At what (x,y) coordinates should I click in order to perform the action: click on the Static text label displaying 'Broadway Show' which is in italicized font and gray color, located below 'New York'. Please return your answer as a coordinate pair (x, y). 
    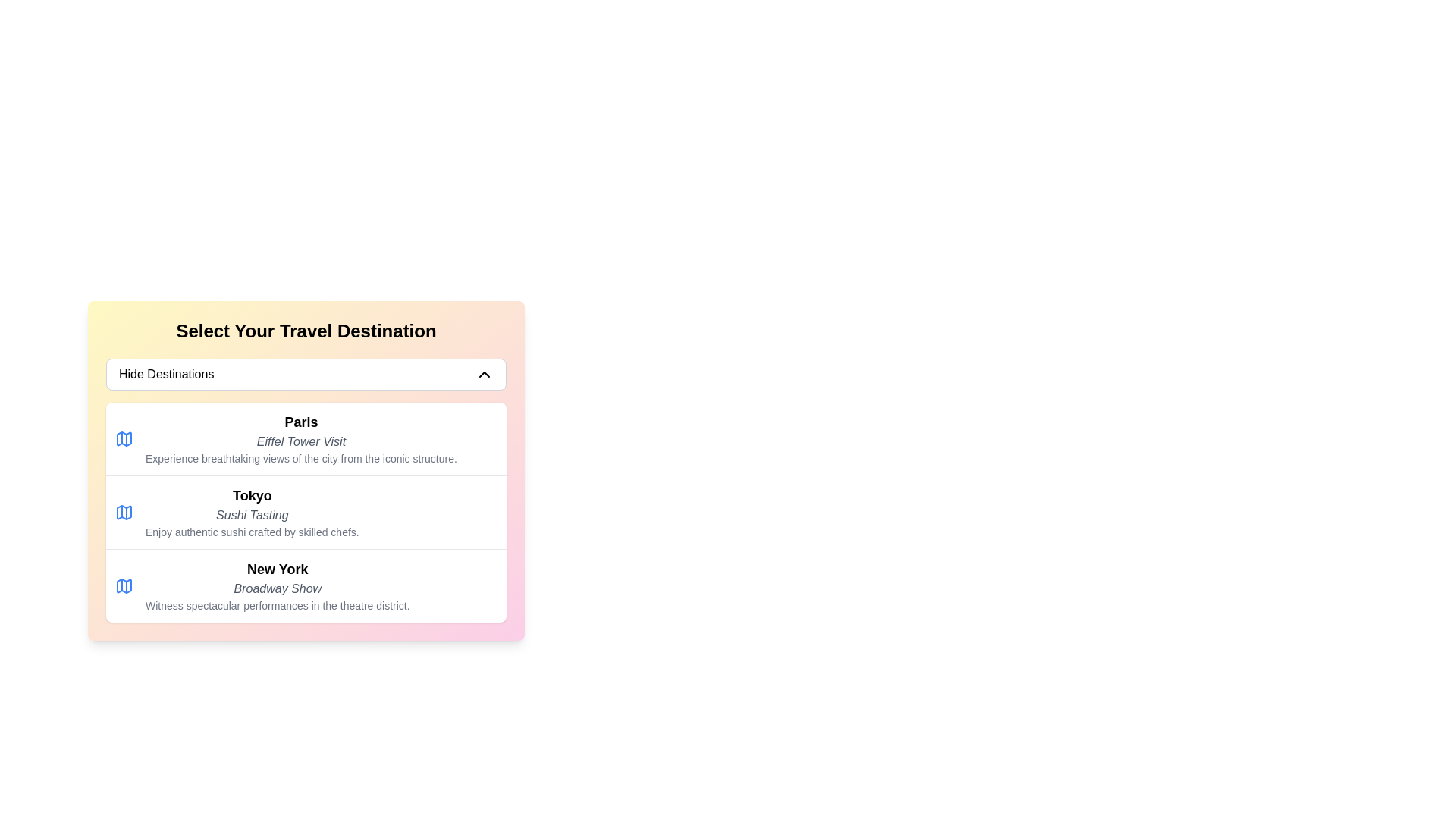
    Looking at the image, I should click on (278, 588).